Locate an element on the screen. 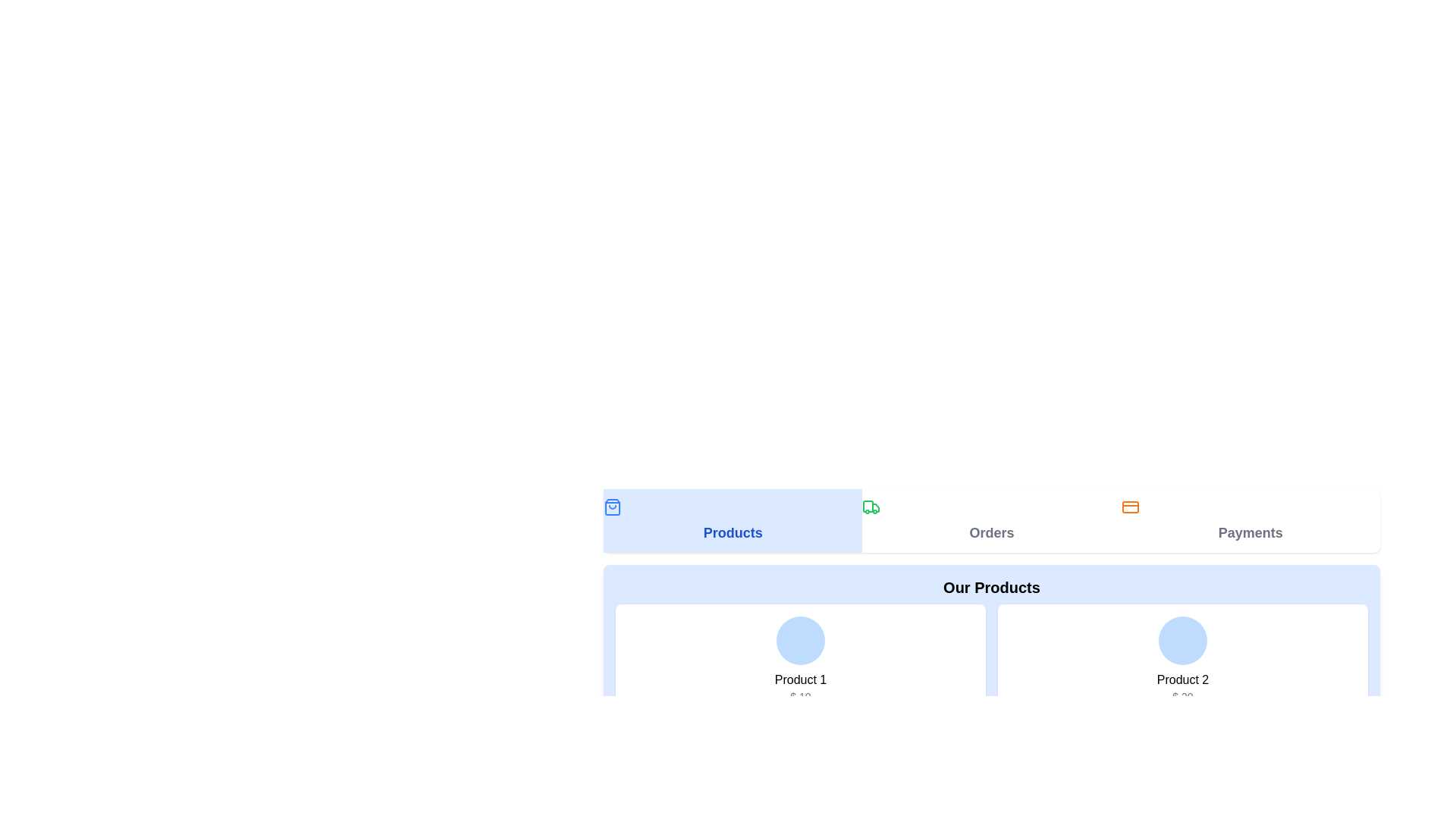  the 'Orders' button located in the middle section of the horizontal navigation bar is located at coordinates (991, 519).